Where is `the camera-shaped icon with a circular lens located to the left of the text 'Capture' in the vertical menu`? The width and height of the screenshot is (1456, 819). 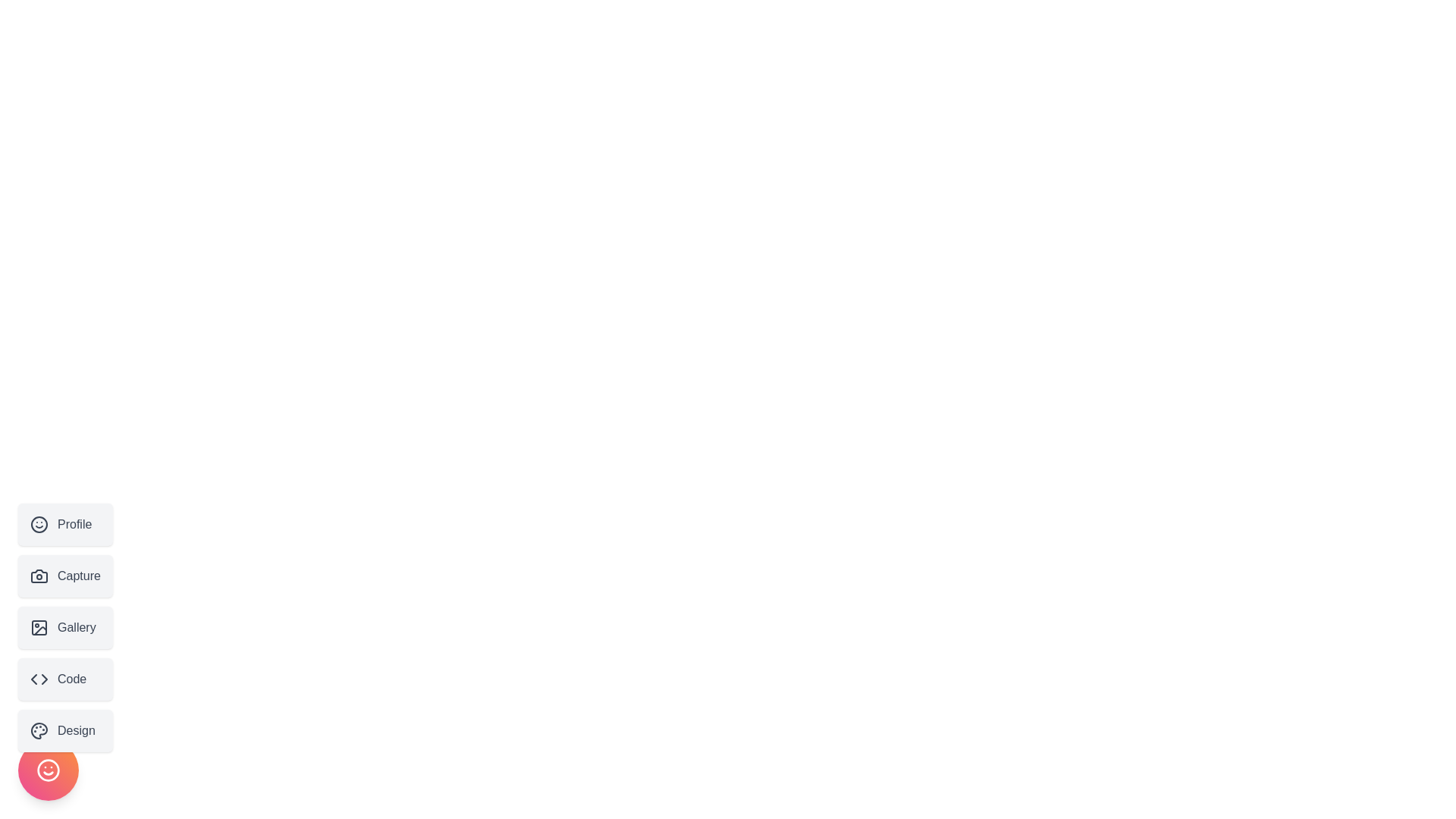
the camera-shaped icon with a circular lens located to the left of the text 'Capture' in the vertical menu is located at coordinates (39, 576).